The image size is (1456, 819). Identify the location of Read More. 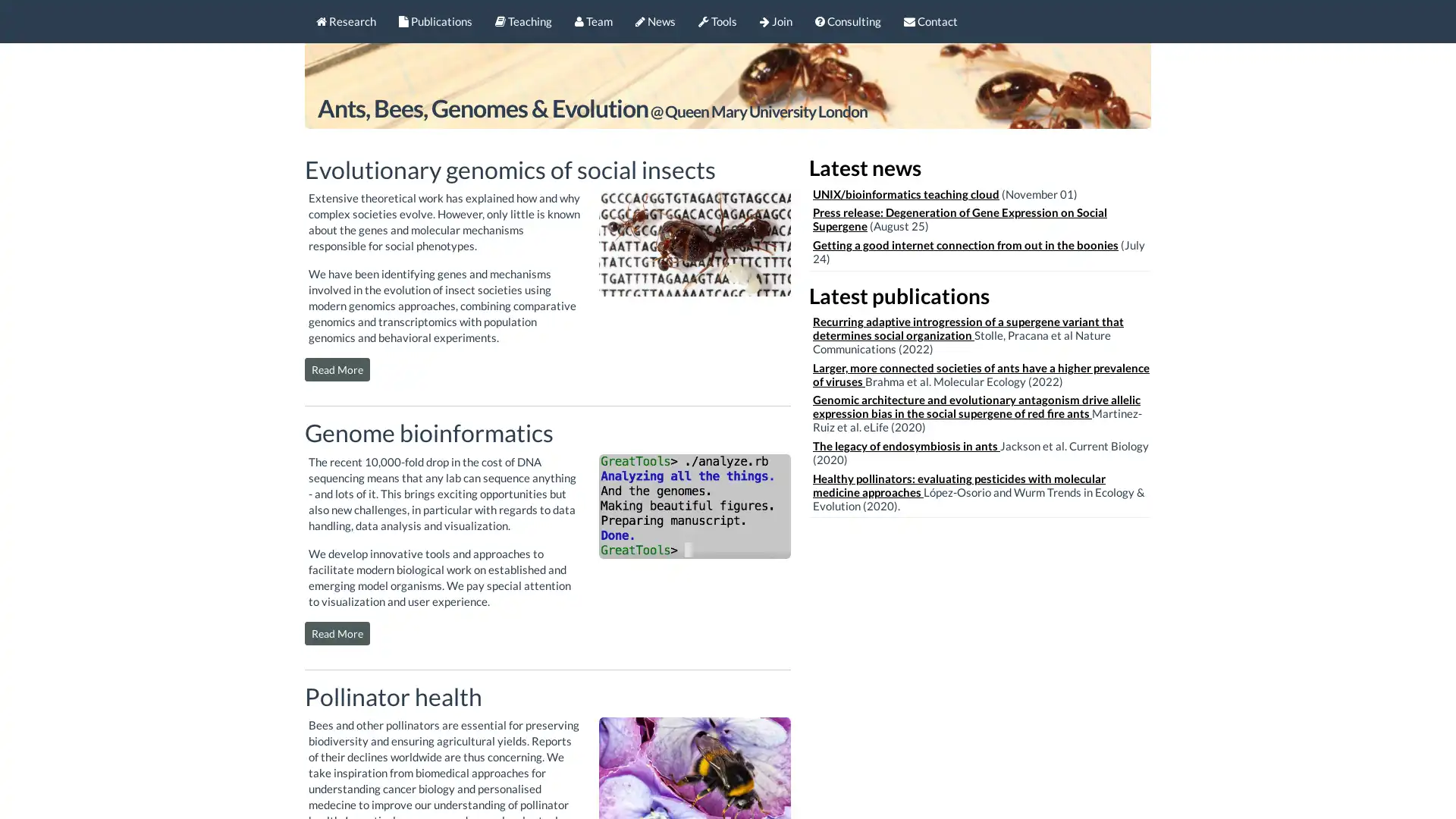
(337, 369).